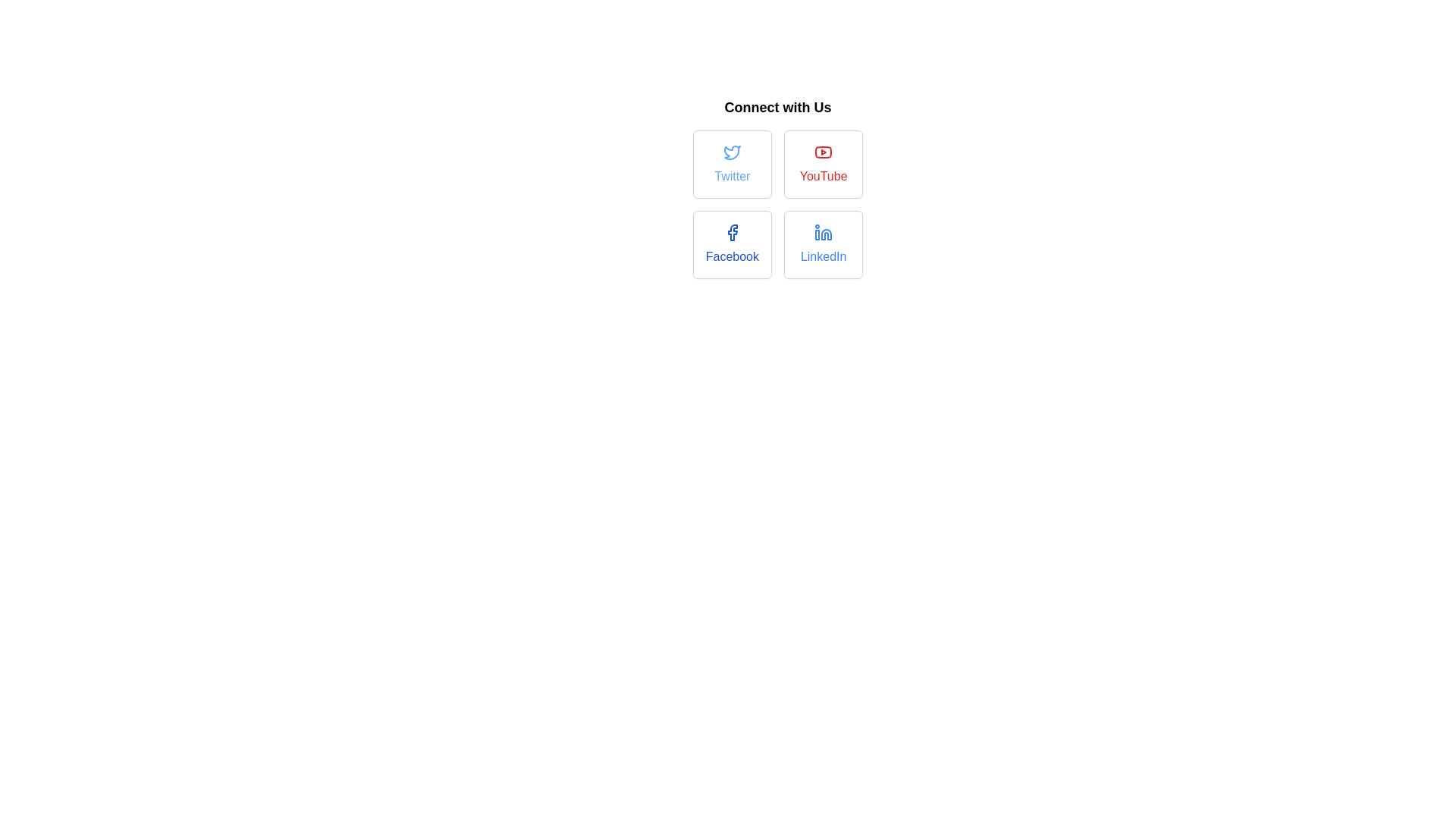 This screenshot has height=819, width=1456. I want to click on the SVG graphic resembling the YouTube logo, which is part of the second box in the top row of social media buttons, so click(823, 152).